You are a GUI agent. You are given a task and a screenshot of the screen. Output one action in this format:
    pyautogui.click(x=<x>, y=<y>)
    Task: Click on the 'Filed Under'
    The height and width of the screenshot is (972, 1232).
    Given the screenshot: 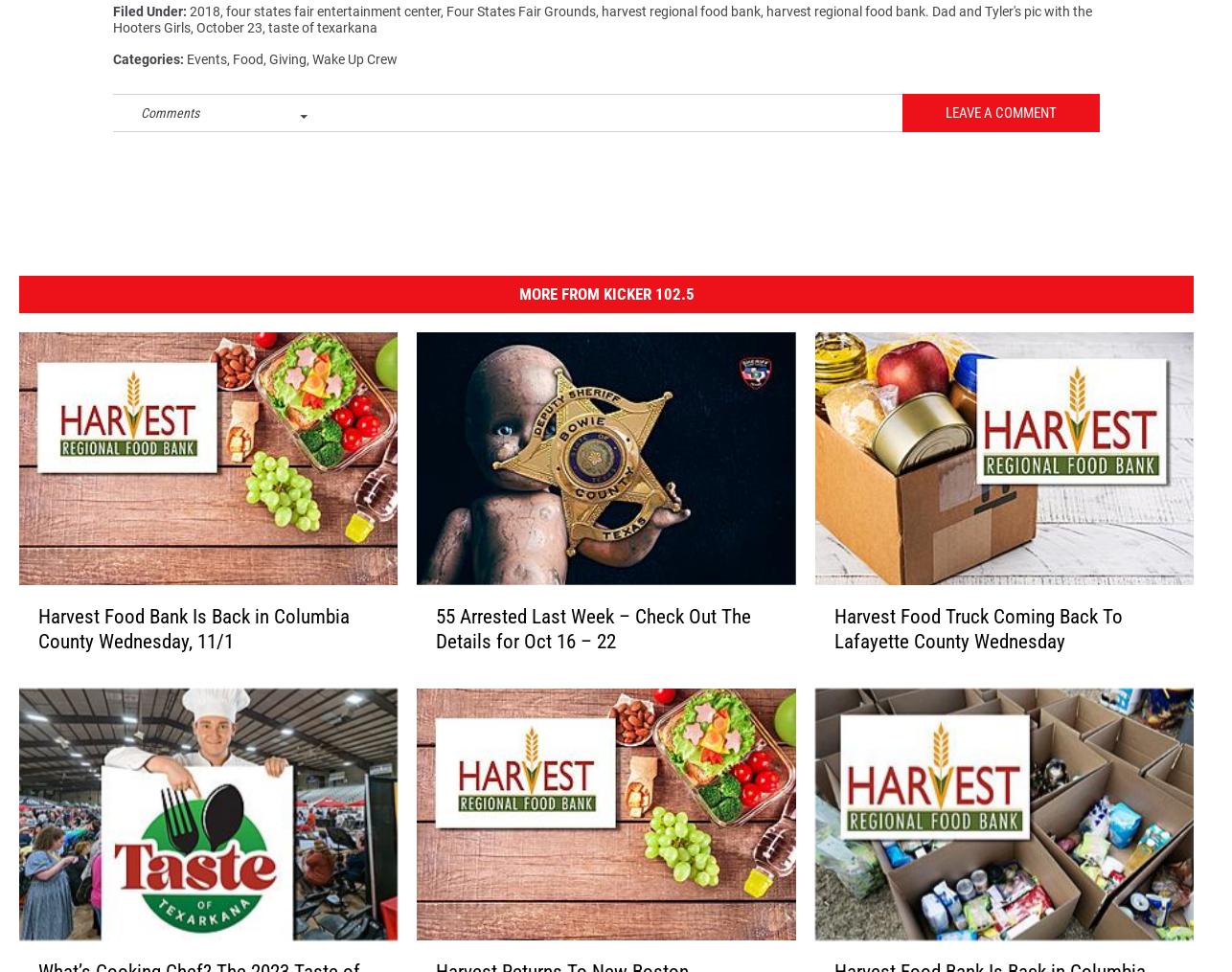 What is the action you would take?
    pyautogui.click(x=148, y=19)
    